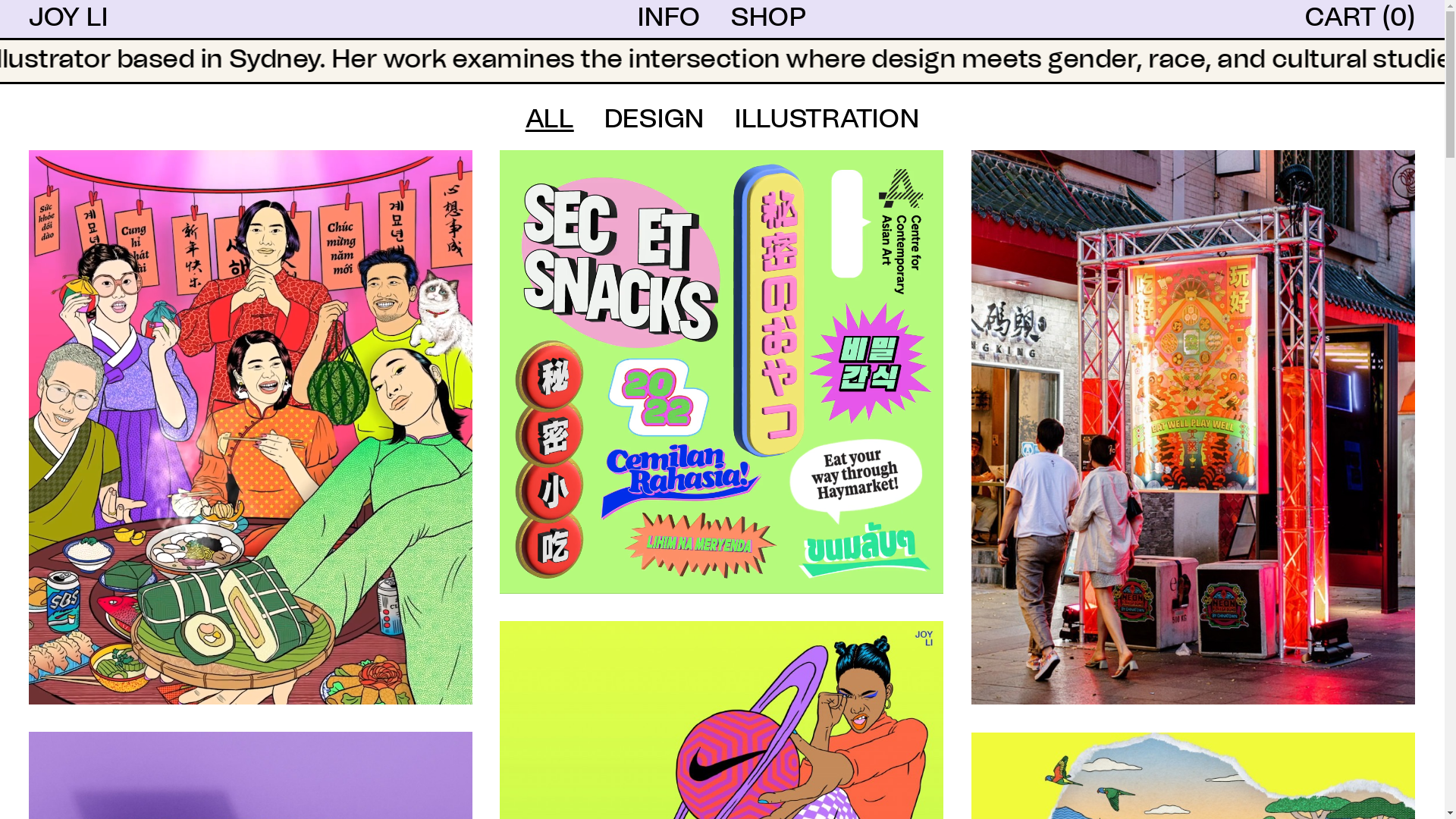 Image resolution: width=1456 pixels, height=819 pixels. What do you see at coordinates (67, 17) in the screenshot?
I see `'JOY LI'` at bounding box center [67, 17].